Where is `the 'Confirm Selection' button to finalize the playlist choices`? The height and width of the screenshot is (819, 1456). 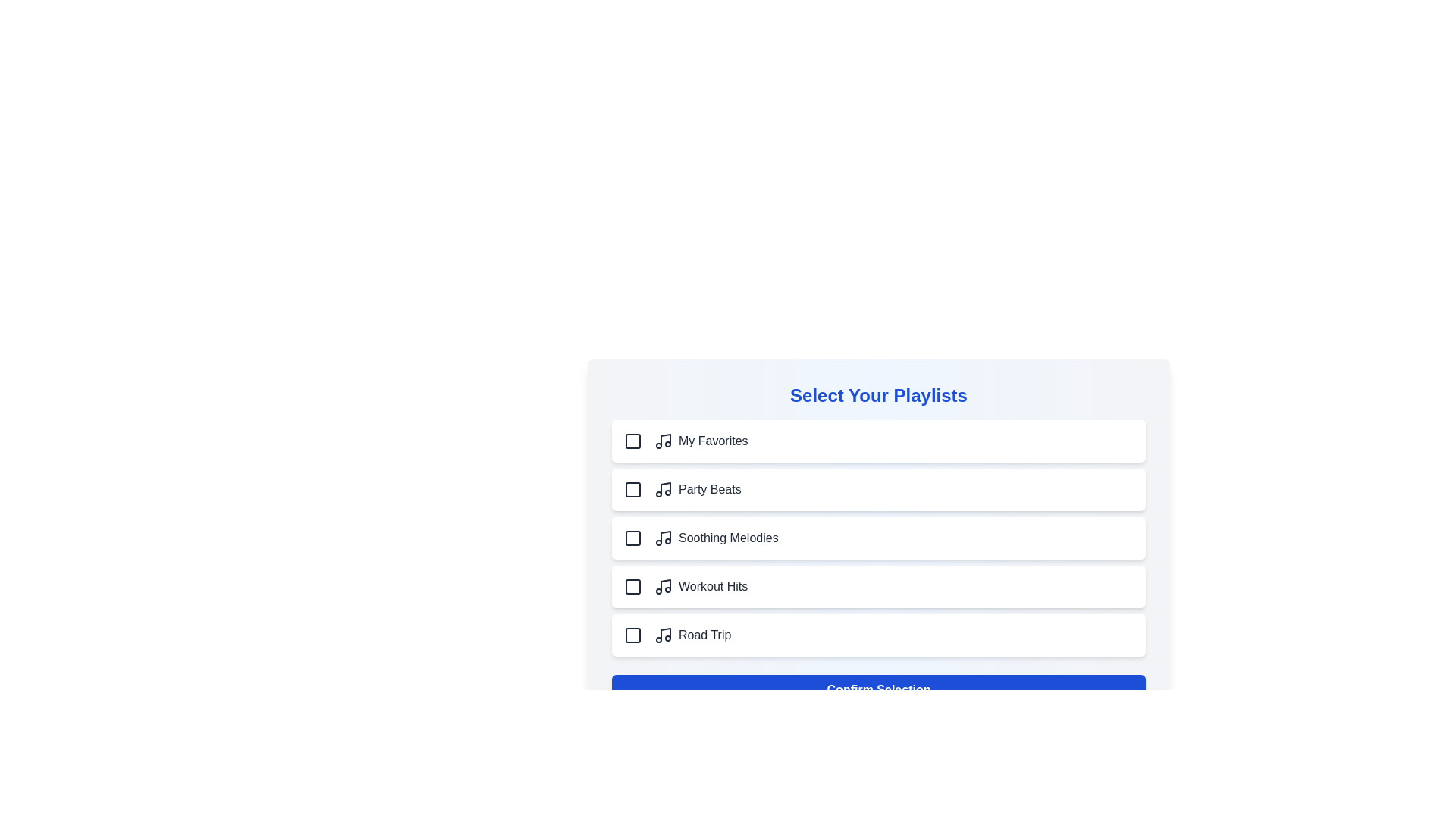 the 'Confirm Selection' button to finalize the playlist choices is located at coordinates (878, 690).